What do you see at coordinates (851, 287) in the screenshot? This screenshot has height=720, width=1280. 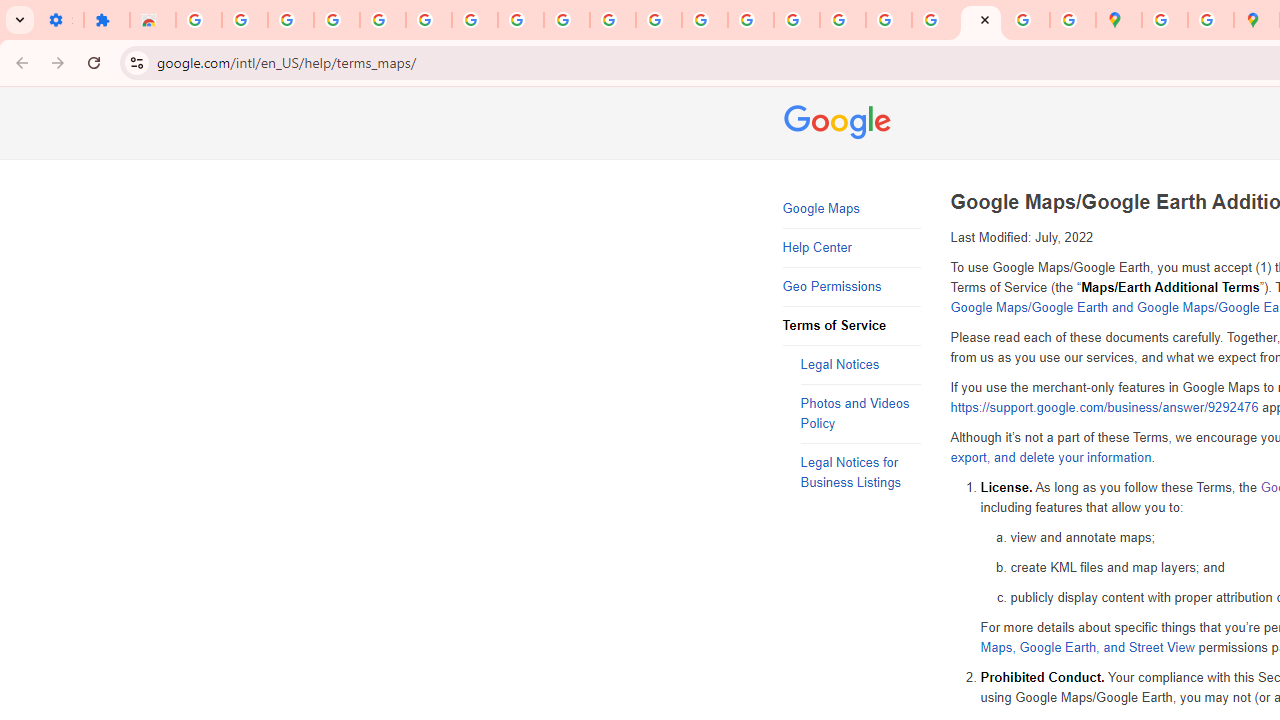 I see `'Geo Permissions'` at bounding box center [851, 287].